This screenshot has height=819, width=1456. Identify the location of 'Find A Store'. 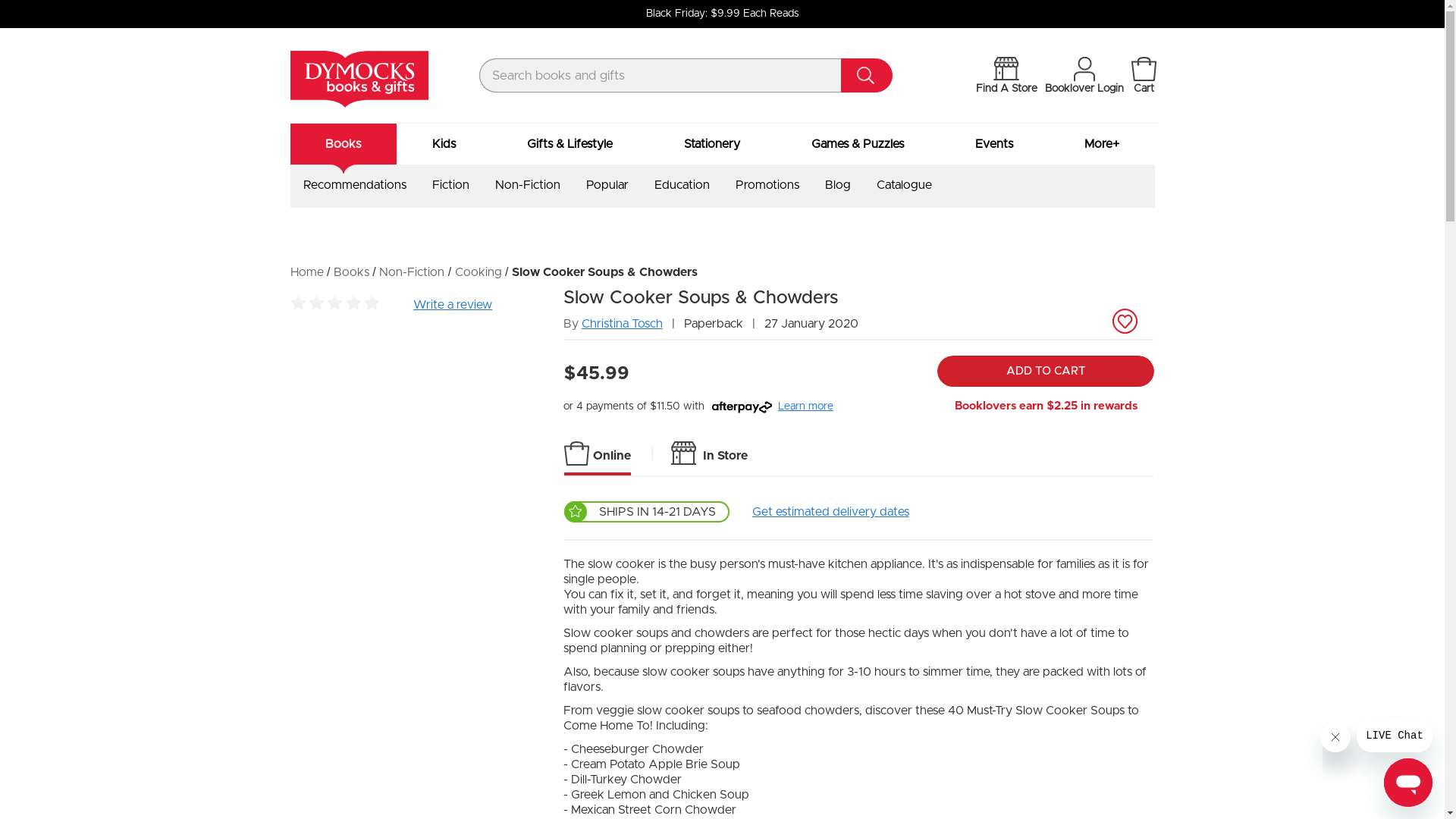
(1006, 76).